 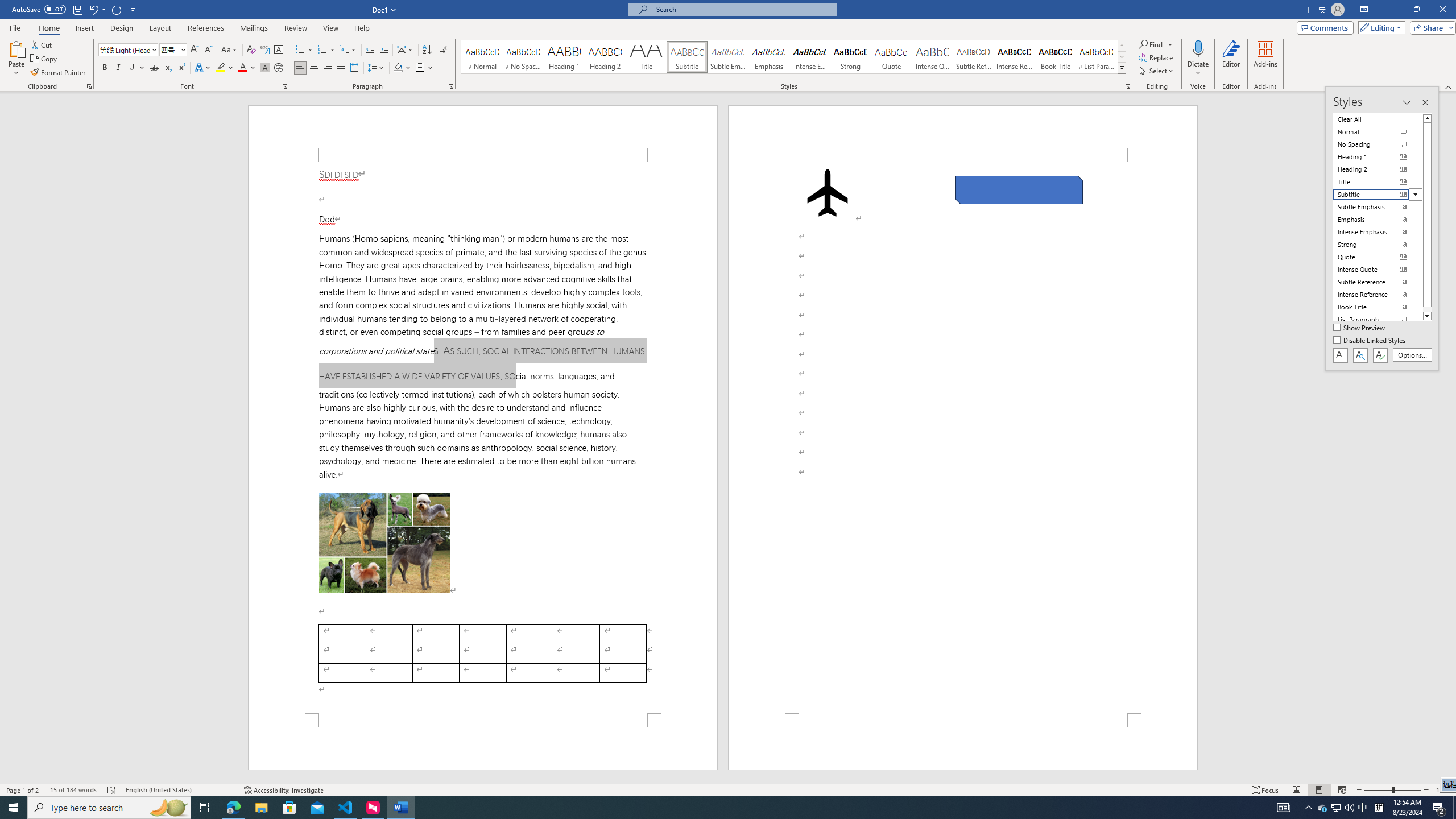 I want to click on 'Web Layout', so click(x=1342, y=790).